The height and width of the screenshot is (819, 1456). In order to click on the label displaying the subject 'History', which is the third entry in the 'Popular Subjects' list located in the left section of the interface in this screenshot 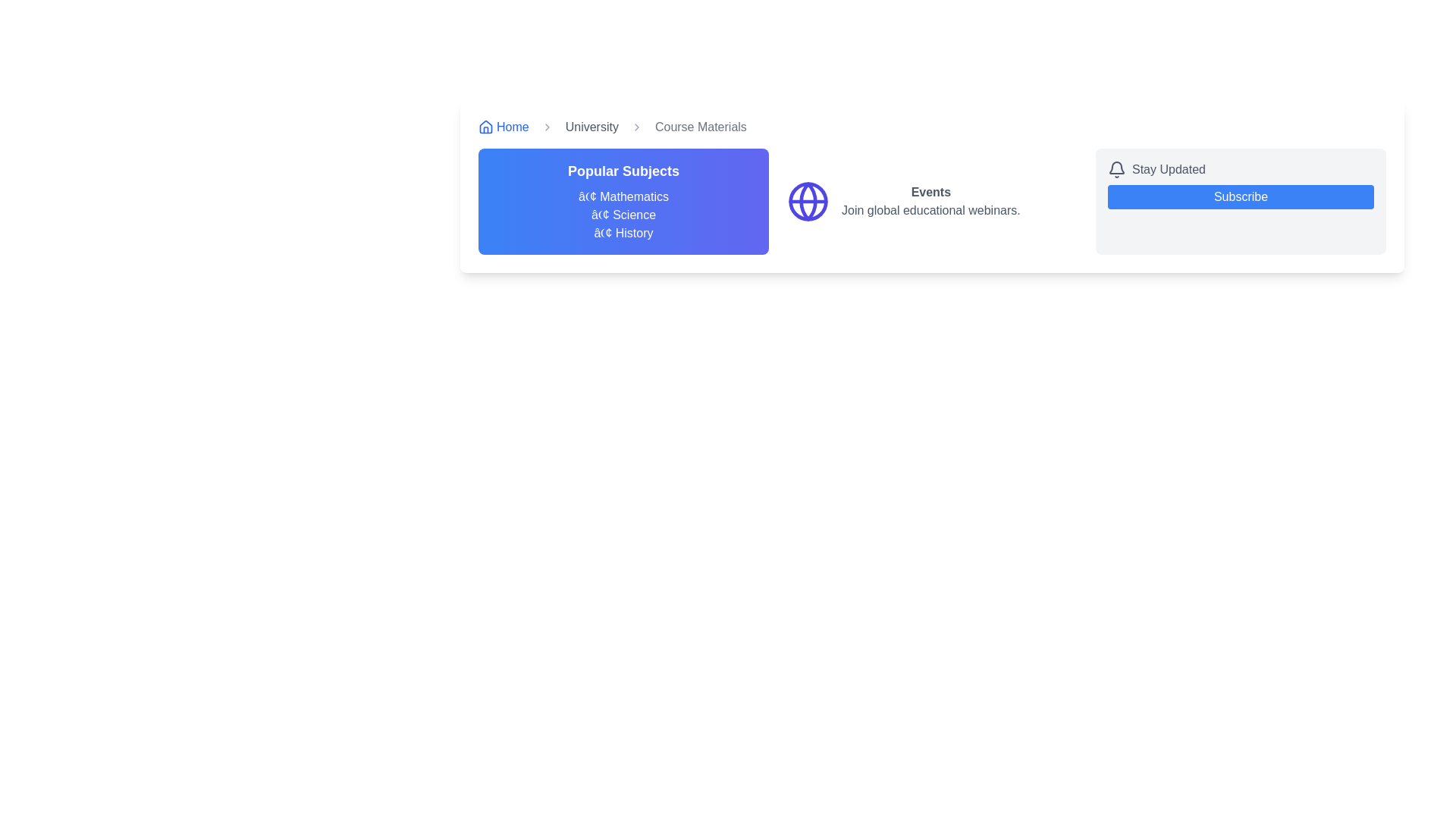, I will do `click(623, 234)`.